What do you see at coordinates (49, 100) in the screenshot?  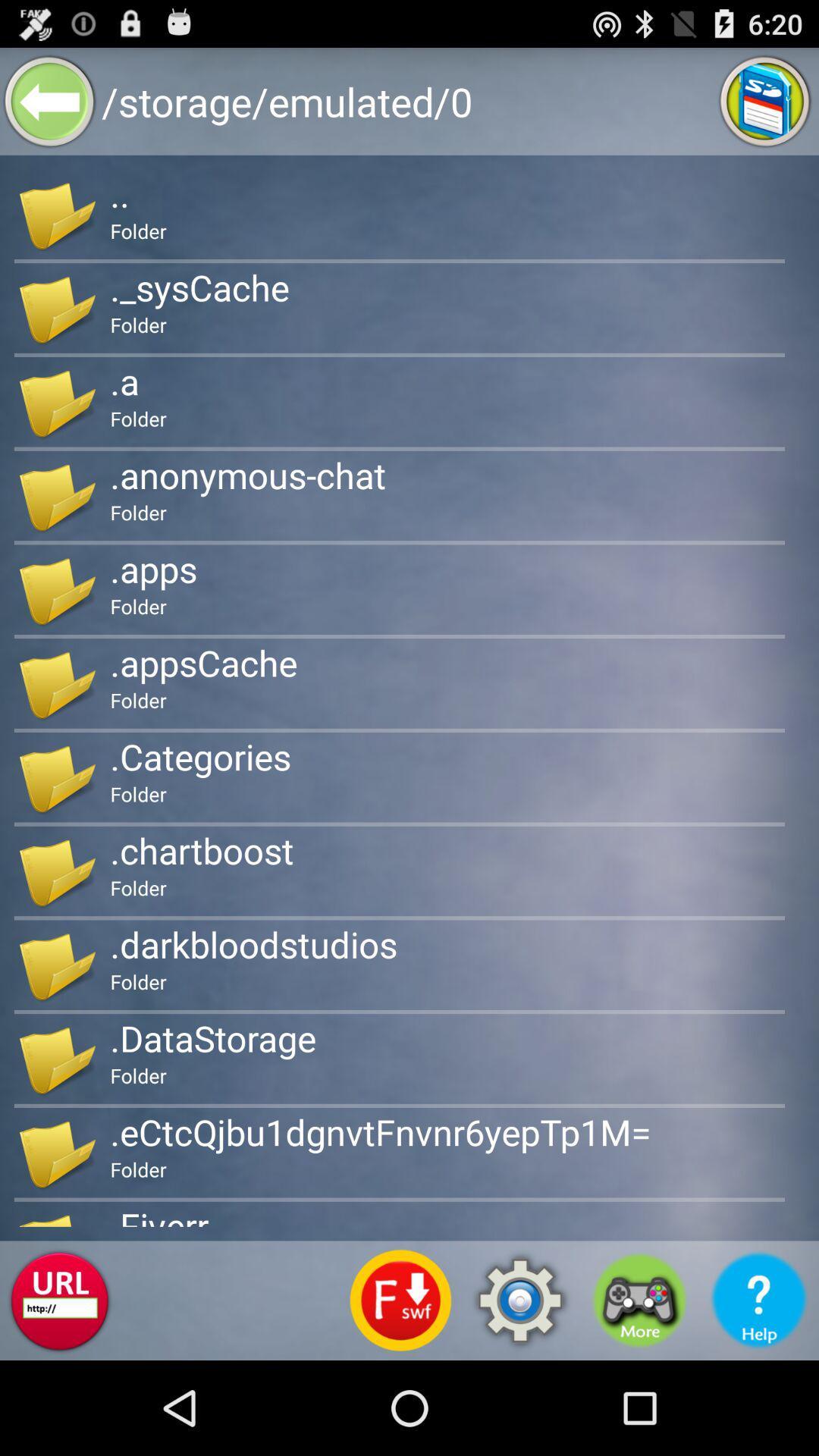 I see `app next to the /storage/emulated/0 icon` at bounding box center [49, 100].